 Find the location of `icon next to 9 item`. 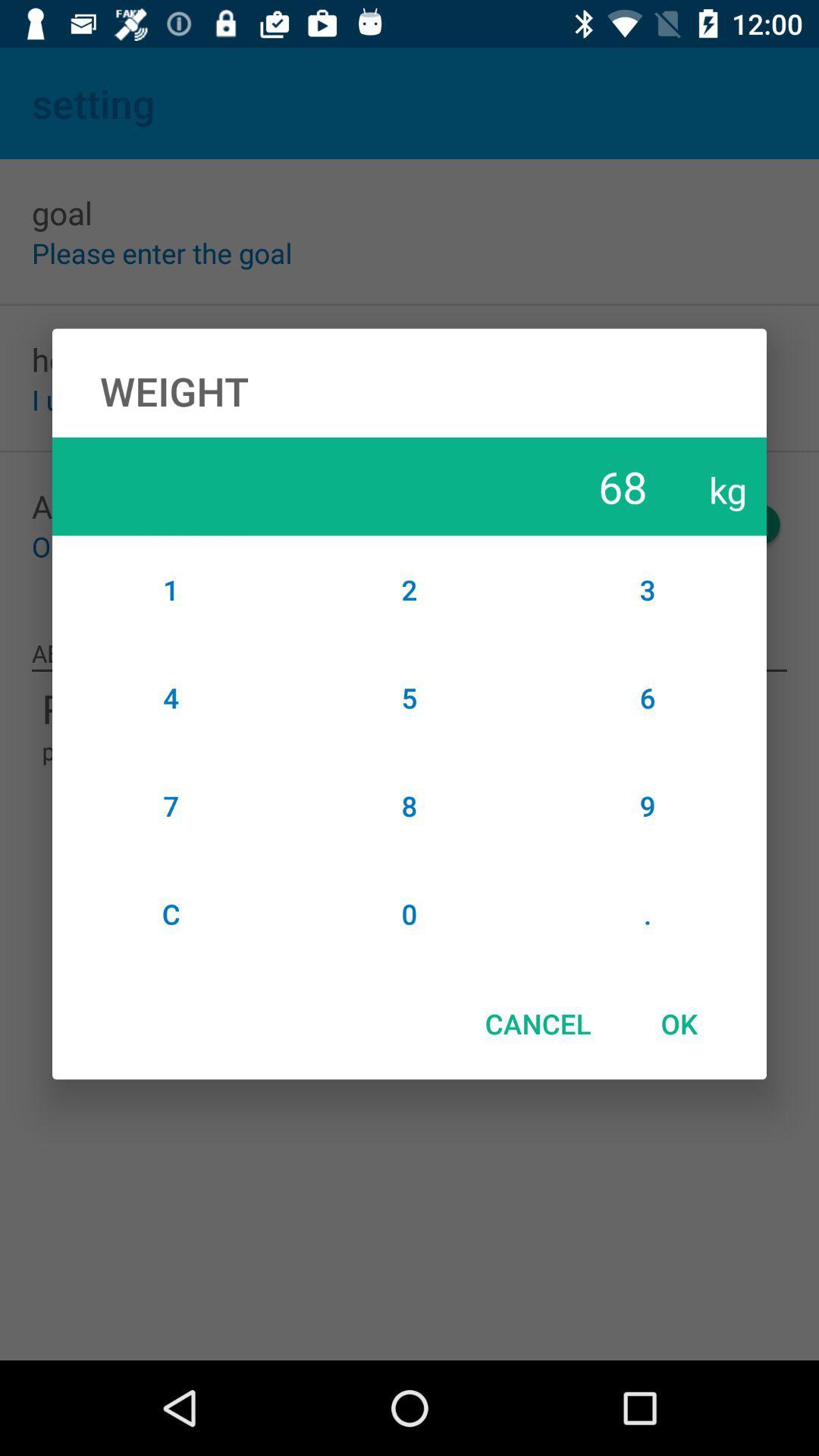

icon next to 9 item is located at coordinates (409, 913).